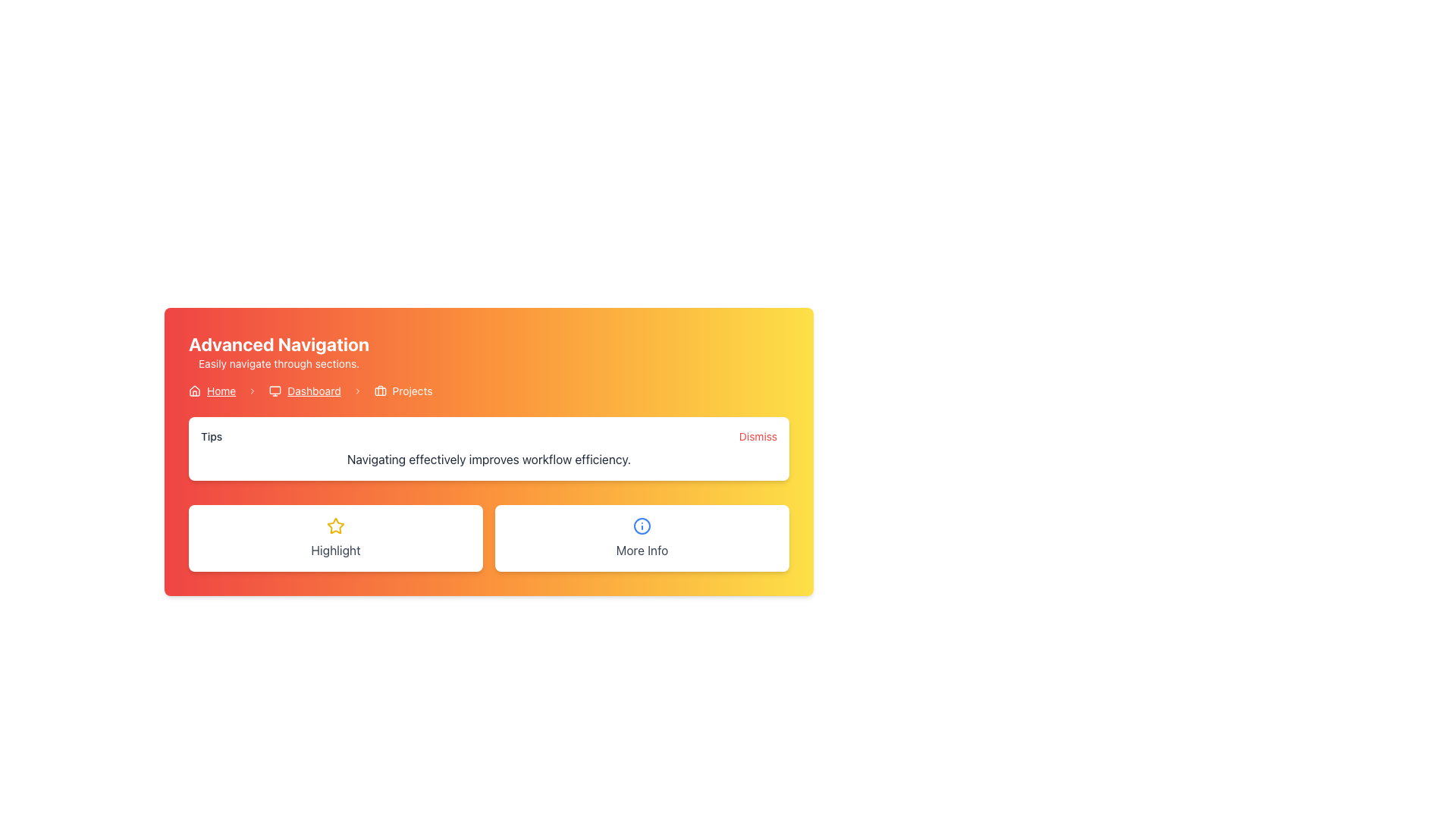 The height and width of the screenshot is (819, 1456). What do you see at coordinates (275, 389) in the screenshot?
I see `the graphical icon component that is part of the monitor icon in the breadcrumb navigation bar` at bounding box center [275, 389].